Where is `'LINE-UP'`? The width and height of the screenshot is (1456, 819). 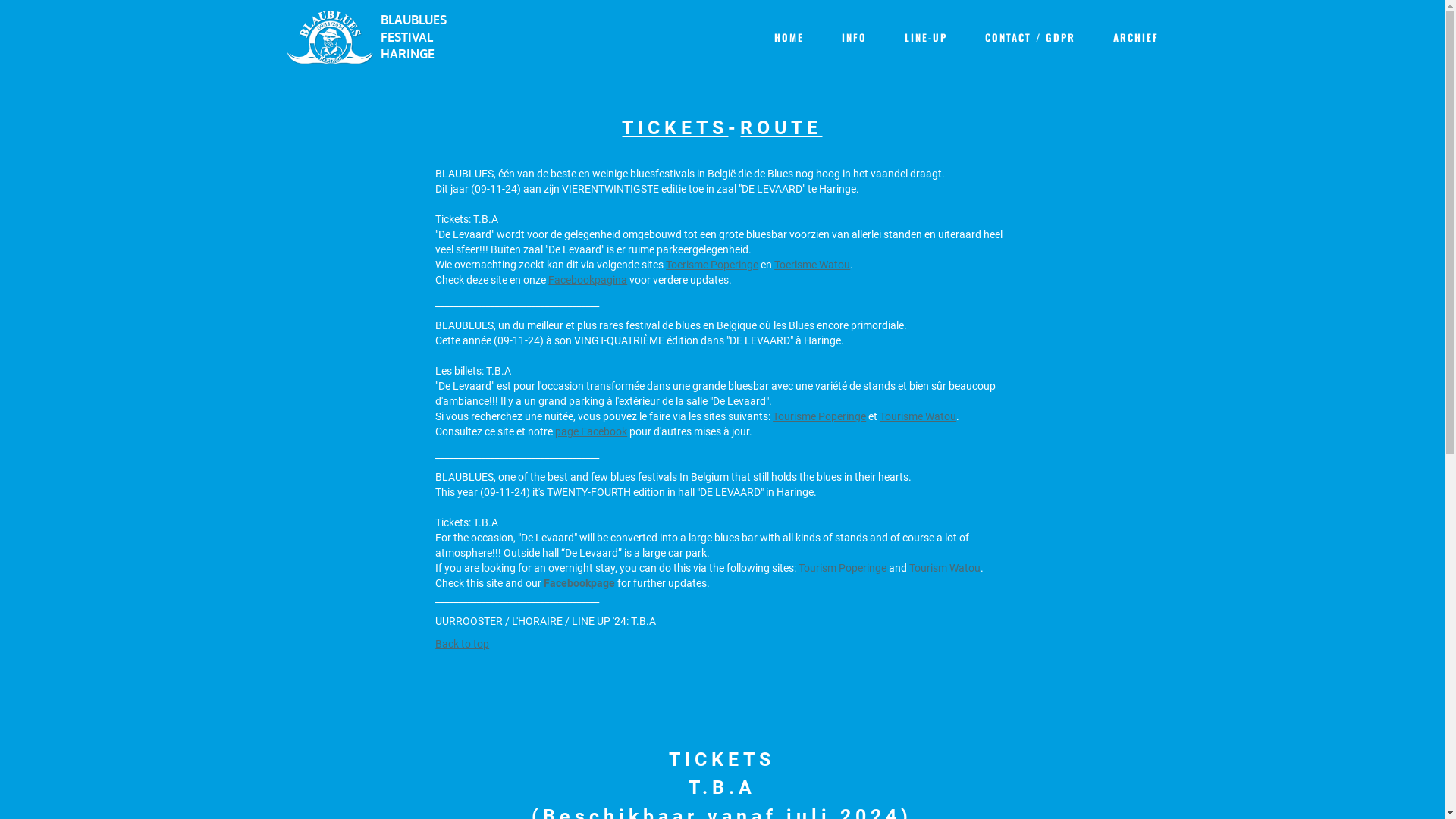
'LINE-UP' is located at coordinates (924, 36).